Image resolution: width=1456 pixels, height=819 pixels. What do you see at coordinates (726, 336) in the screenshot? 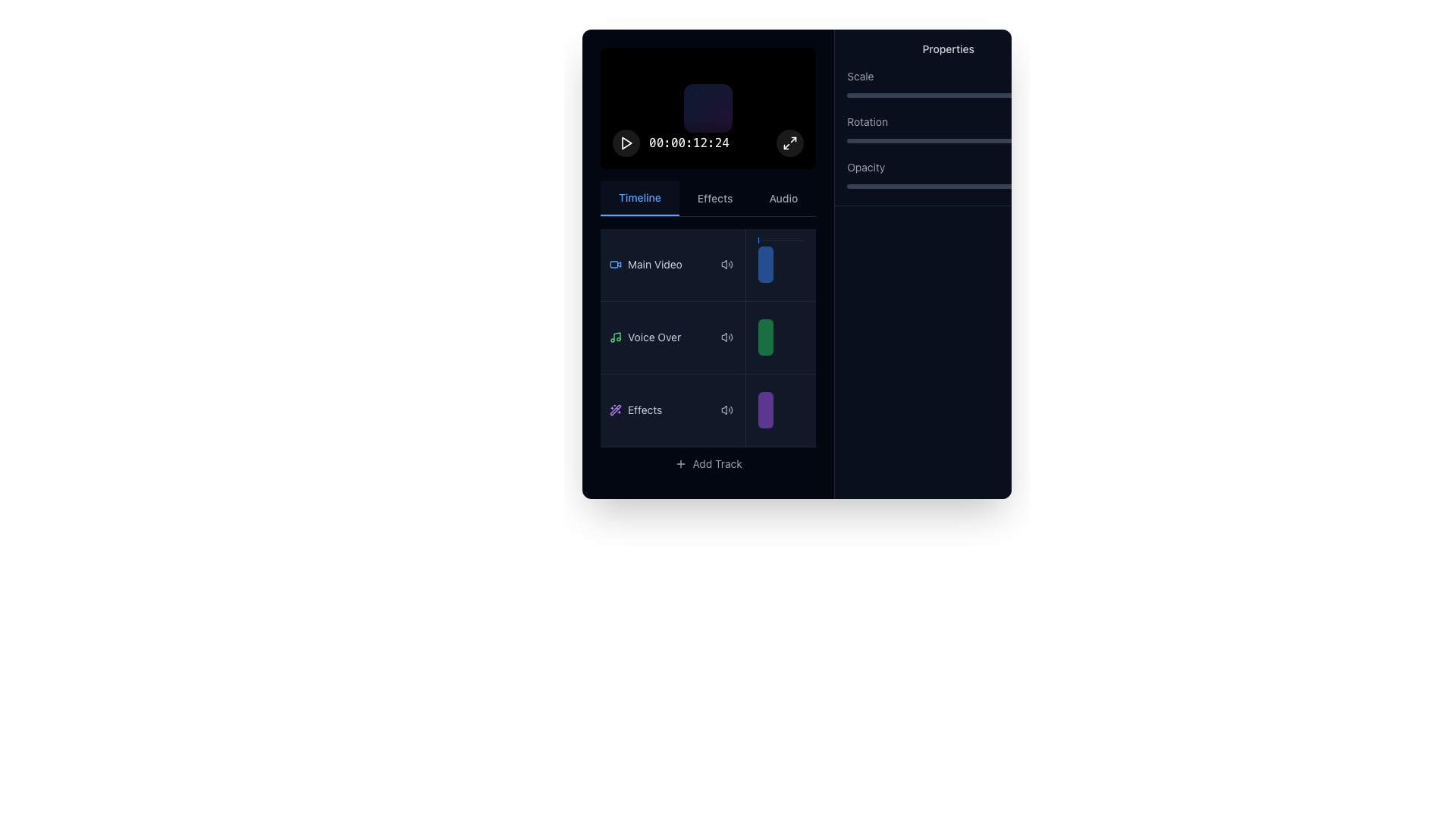
I see `the audio volume button, which is an icon styled with a rounded background and features a speaker with sound waves, located to the right of the 'Voice Over' text` at bounding box center [726, 336].